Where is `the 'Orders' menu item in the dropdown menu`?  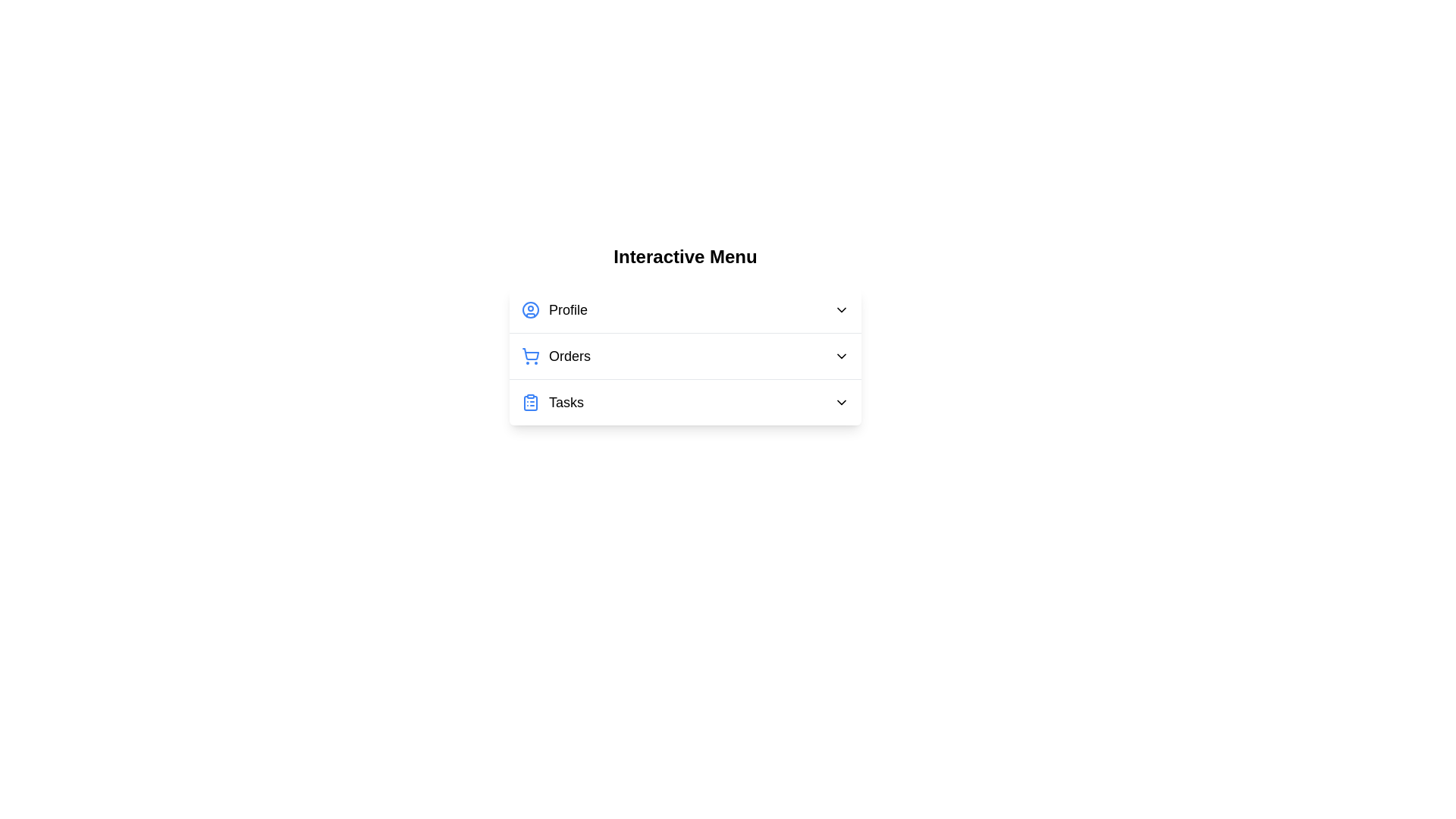 the 'Orders' menu item in the dropdown menu is located at coordinates (684, 356).